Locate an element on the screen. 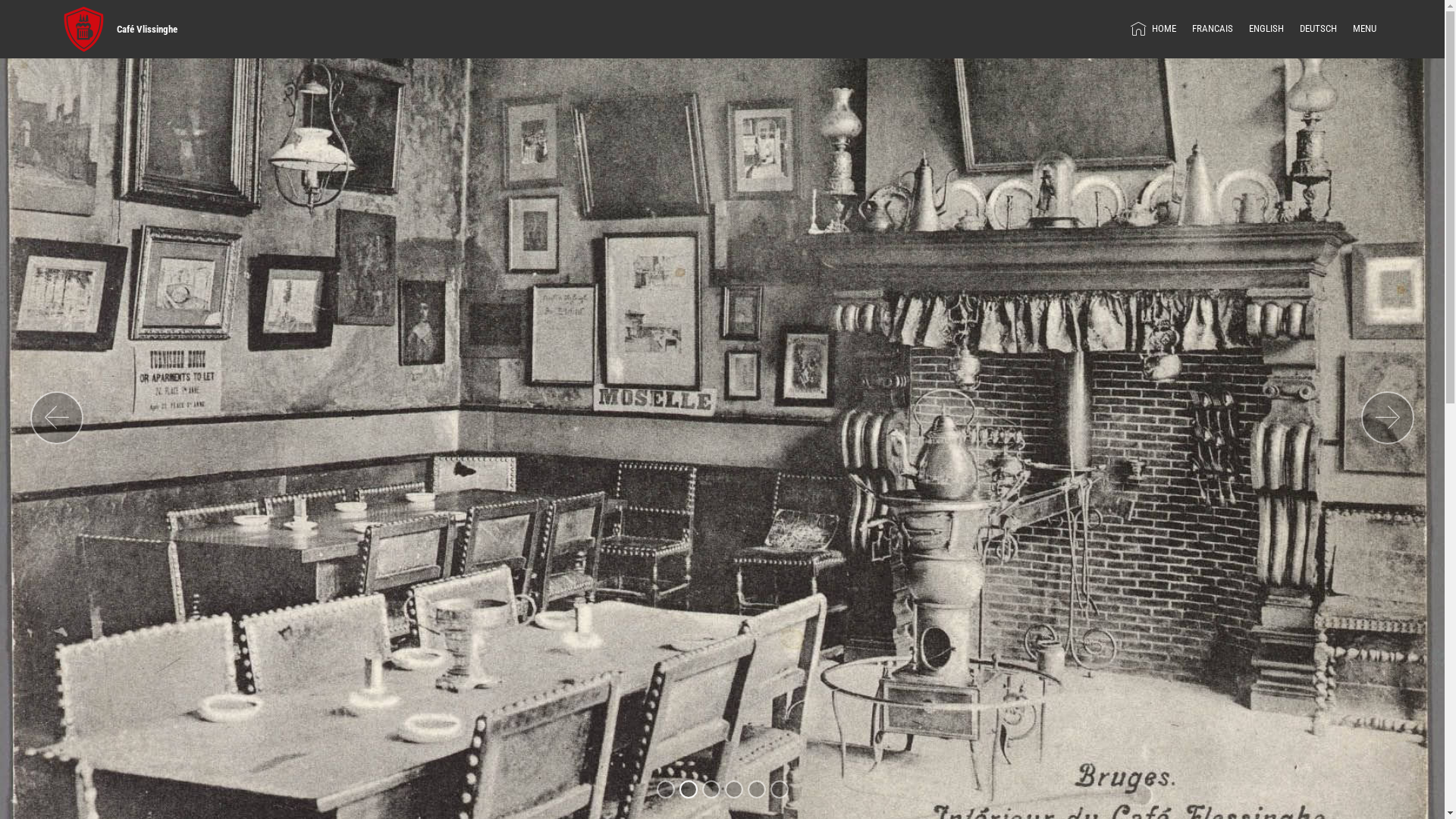 Image resolution: width=1456 pixels, height=819 pixels. 'DEUTSCH' is located at coordinates (1298, 29).